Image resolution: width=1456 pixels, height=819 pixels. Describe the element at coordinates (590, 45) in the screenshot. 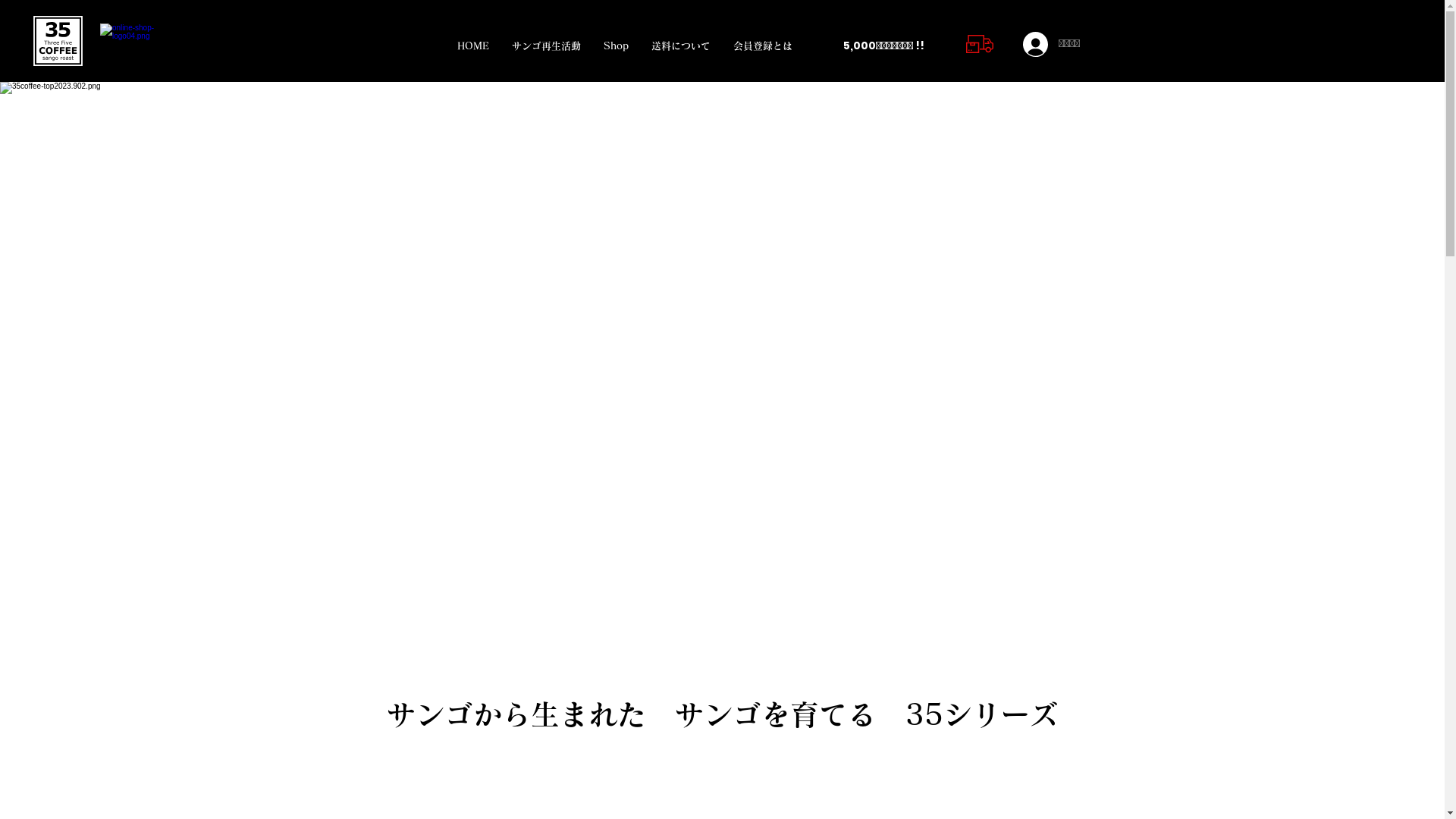

I see `'Shop'` at that location.